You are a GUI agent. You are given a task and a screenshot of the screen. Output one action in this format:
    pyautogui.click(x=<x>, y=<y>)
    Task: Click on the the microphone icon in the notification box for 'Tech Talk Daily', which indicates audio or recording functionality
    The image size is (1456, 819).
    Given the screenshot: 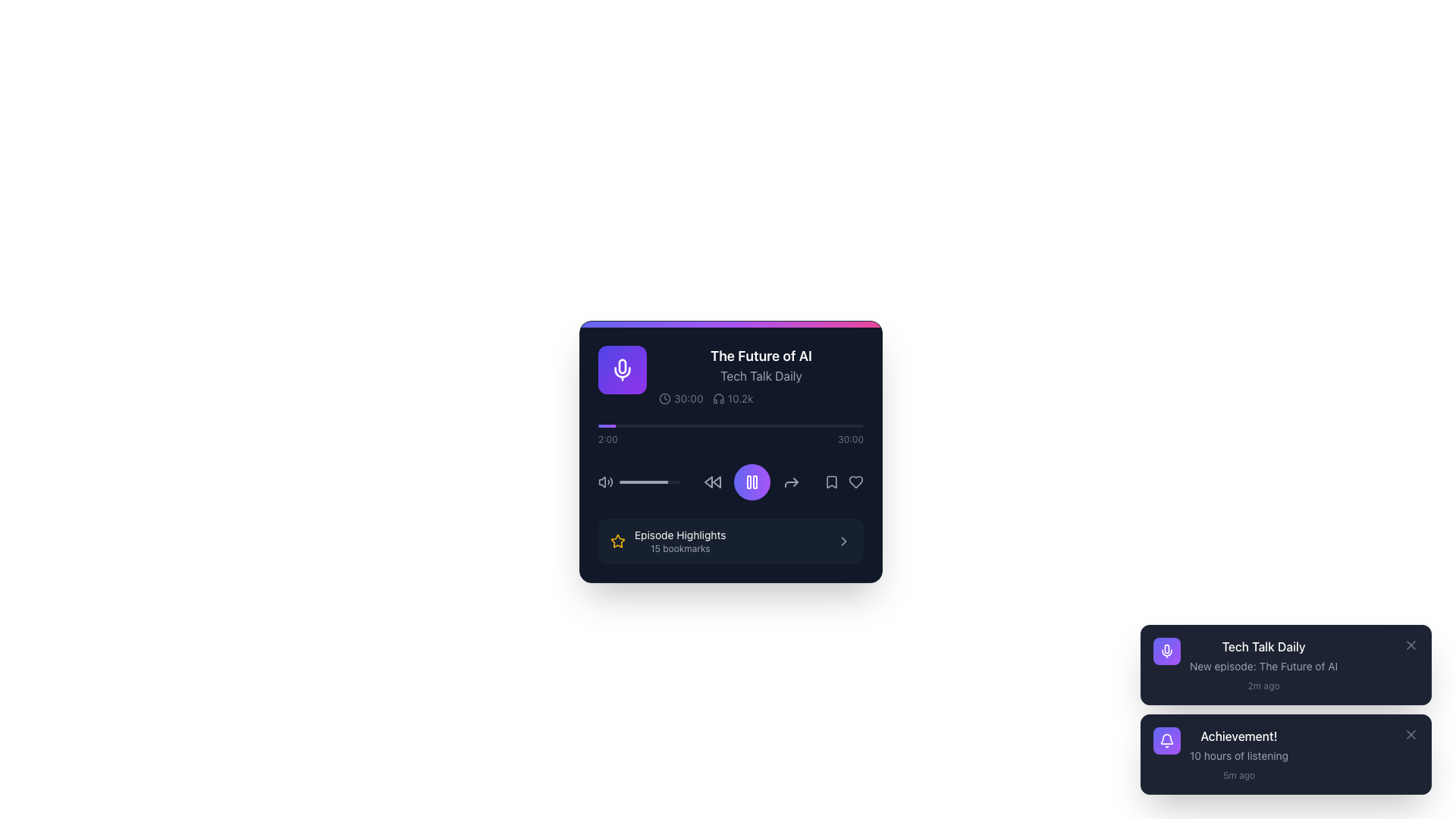 What is the action you would take?
    pyautogui.click(x=1166, y=648)
    